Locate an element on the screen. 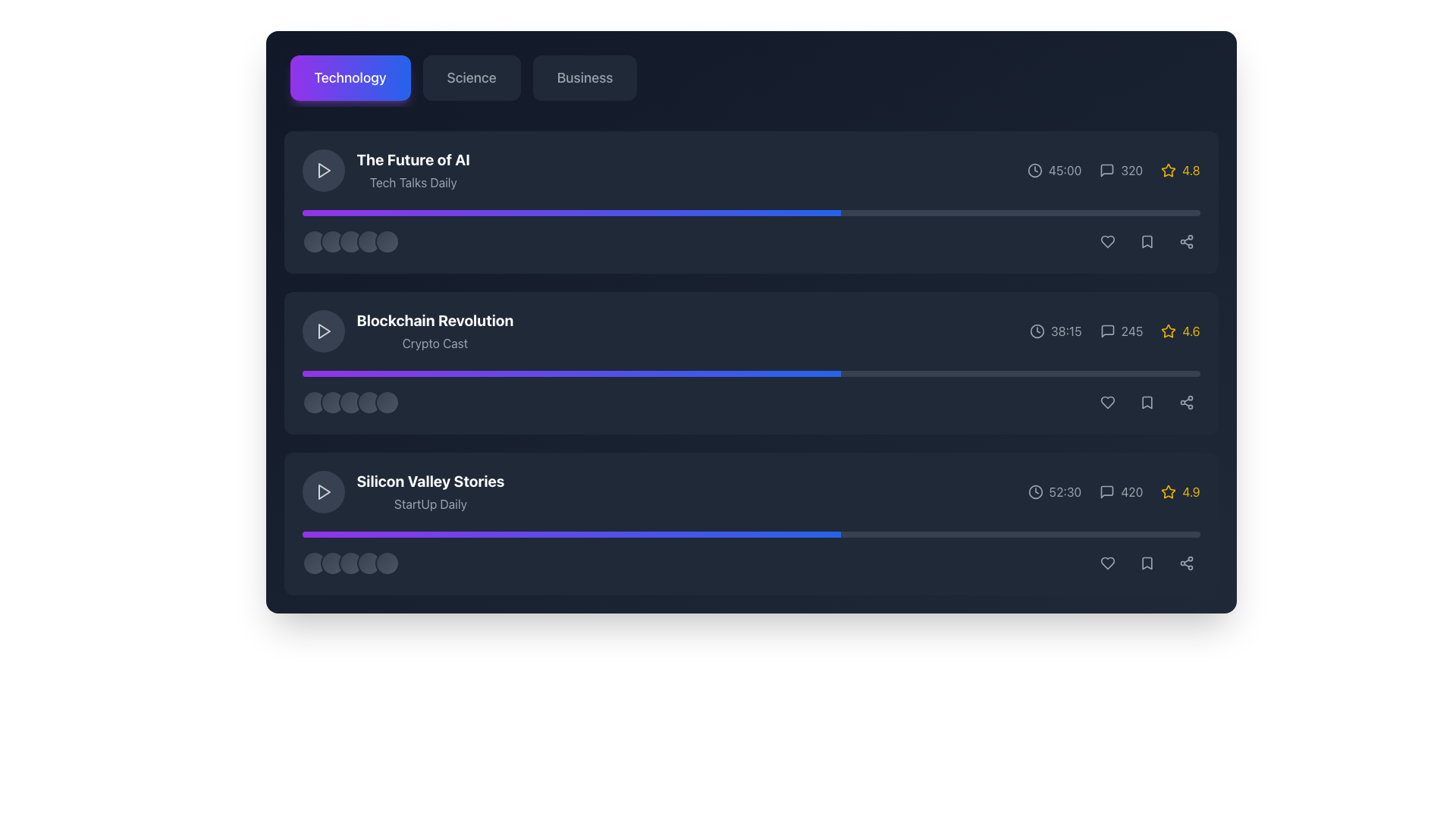 This screenshot has height=819, width=1456. text label that provides the title and description of the first podcast or video entry in the 'Technology' category is located at coordinates (413, 170).